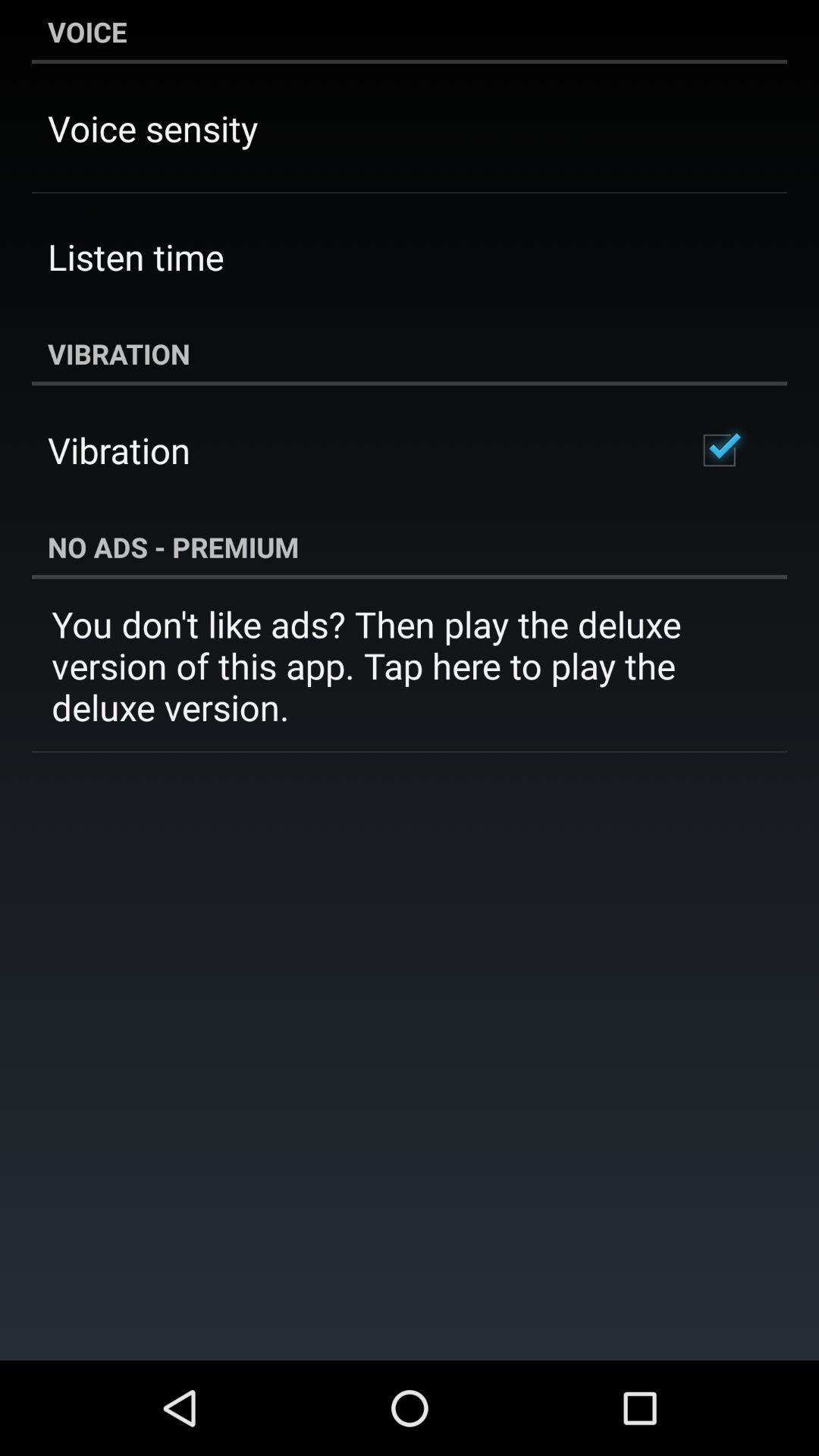 This screenshot has width=819, height=1456. Describe the element at coordinates (409, 665) in the screenshot. I see `you don t app` at that location.